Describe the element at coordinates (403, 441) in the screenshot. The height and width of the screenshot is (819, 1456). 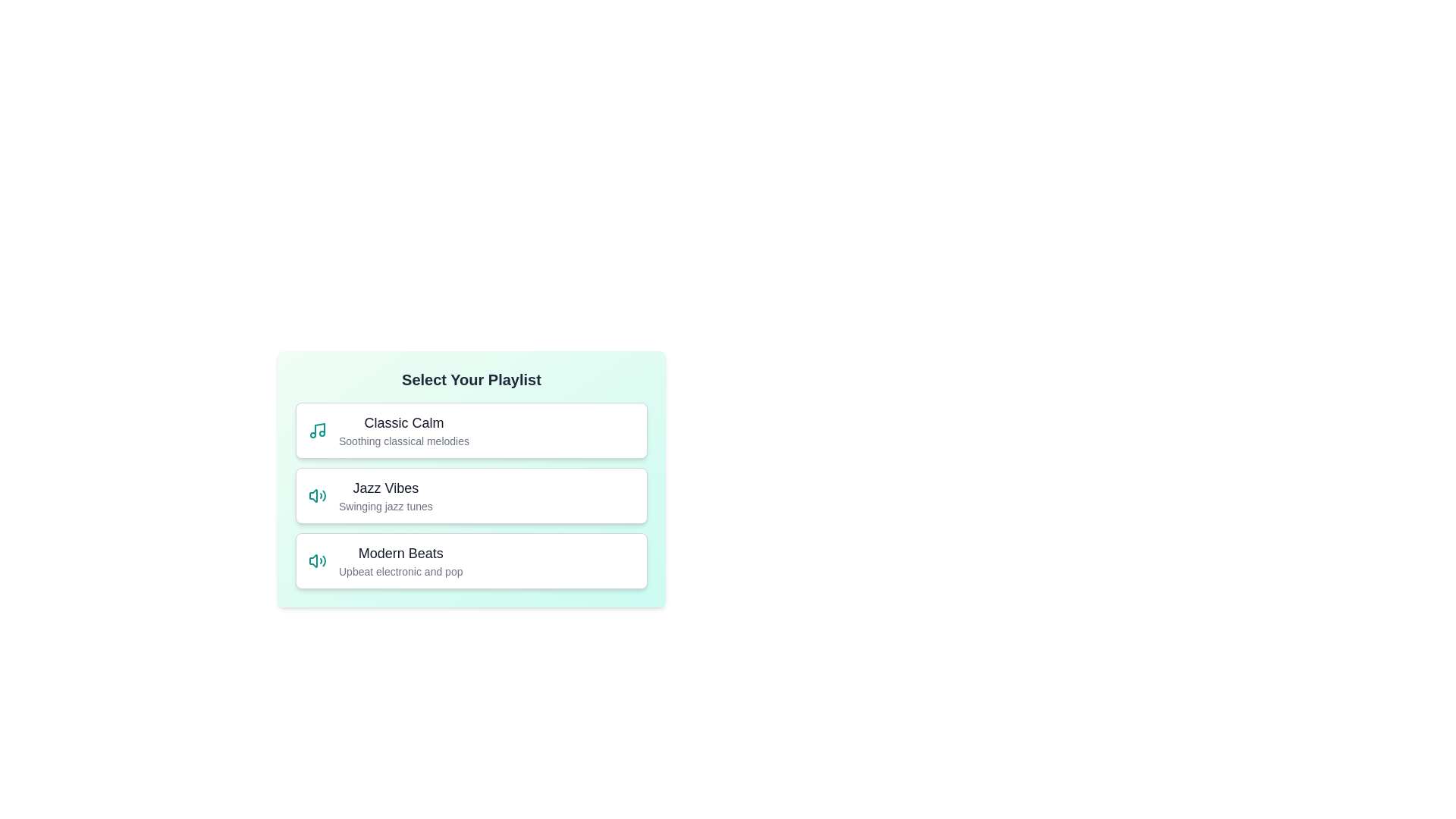
I see `the descriptive summary text of the playlist 'Classic Calm', which is located below the title and is part of the first playlist option in the selection box` at that location.